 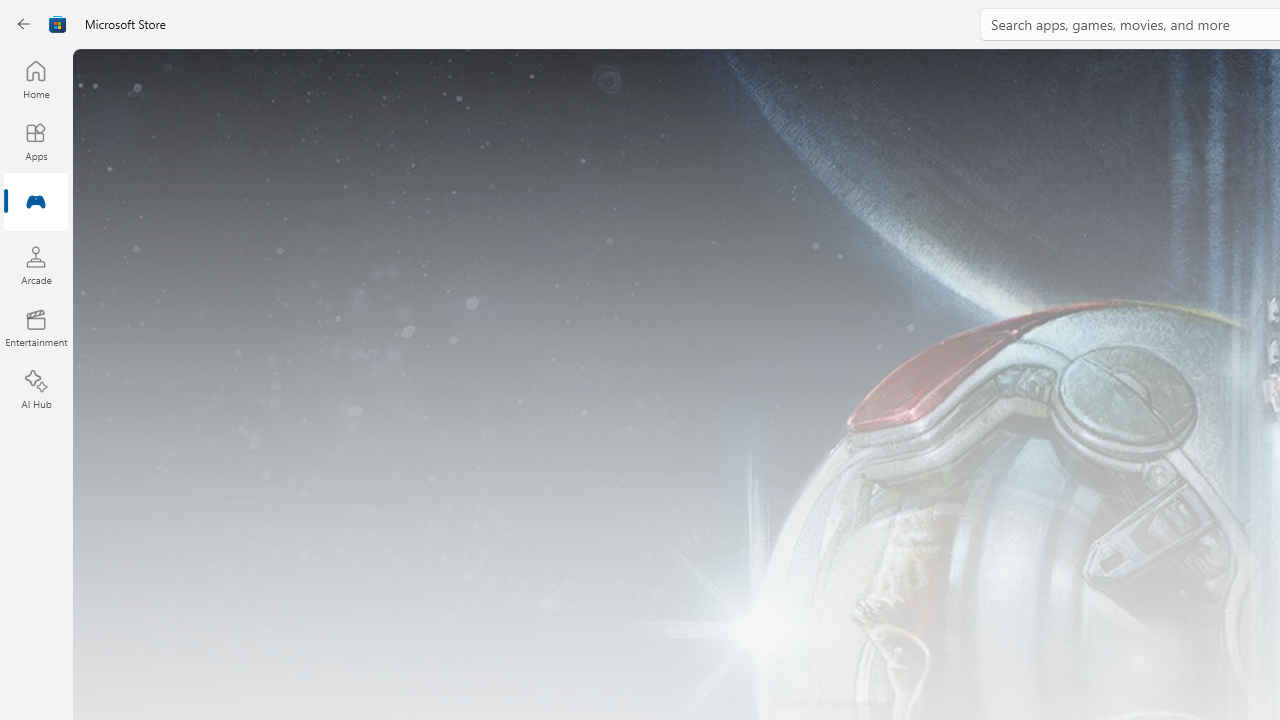 What do you see at coordinates (35, 203) in the screenshot?
I see `'Gaming'` at bounding box center [35, 203].